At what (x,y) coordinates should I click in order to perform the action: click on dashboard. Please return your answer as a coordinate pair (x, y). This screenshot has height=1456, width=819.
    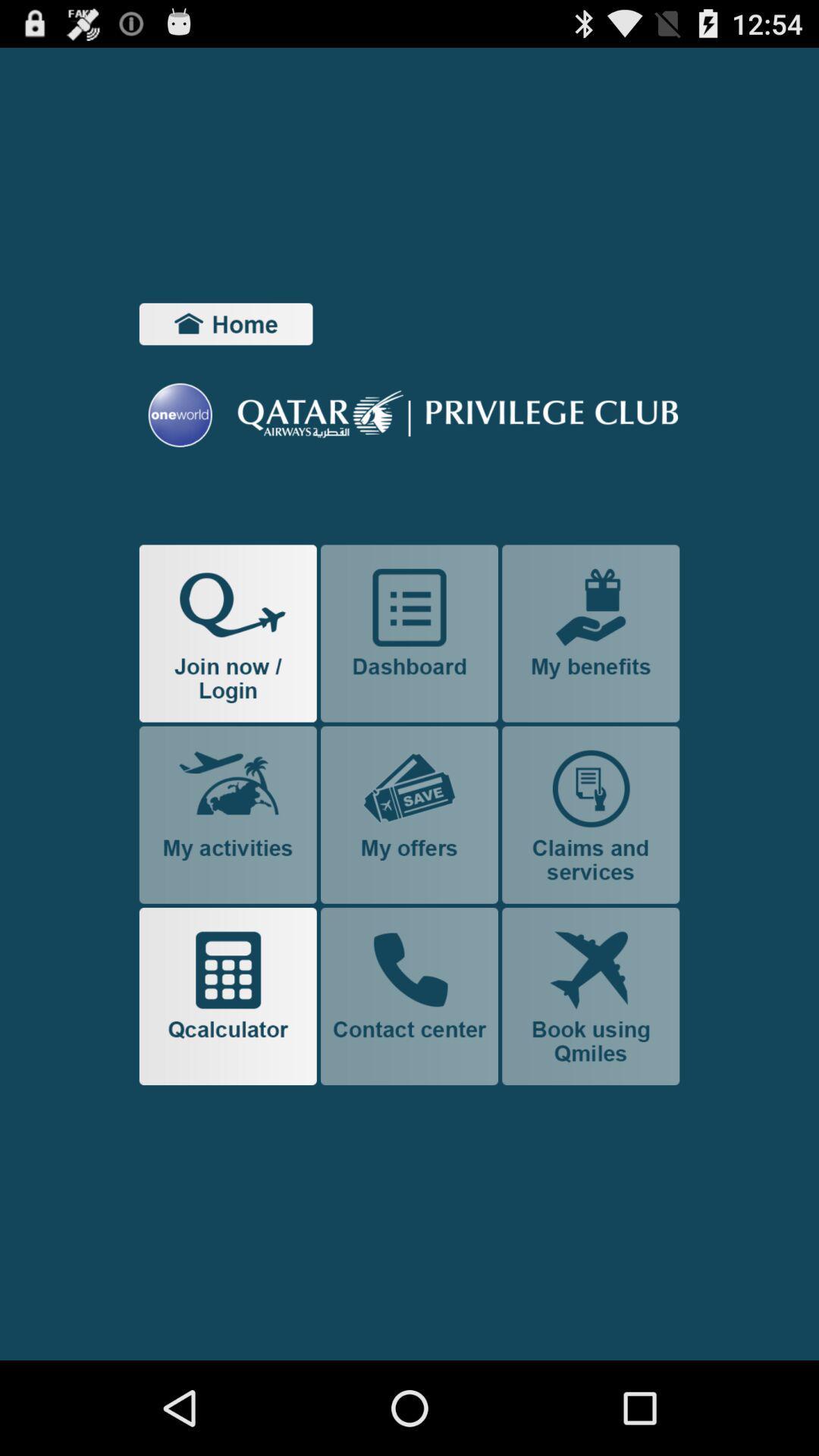
    Looking at the image, I should click on (409, 633).